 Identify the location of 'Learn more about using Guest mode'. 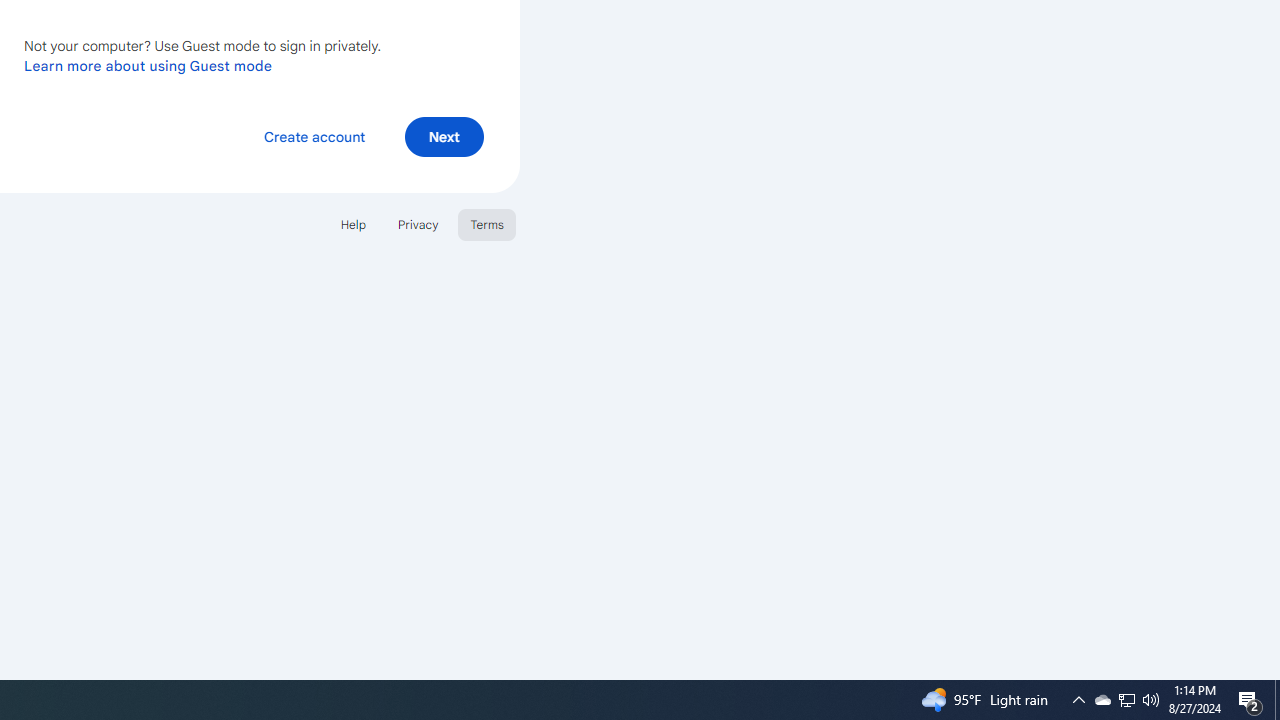
(147, 64).